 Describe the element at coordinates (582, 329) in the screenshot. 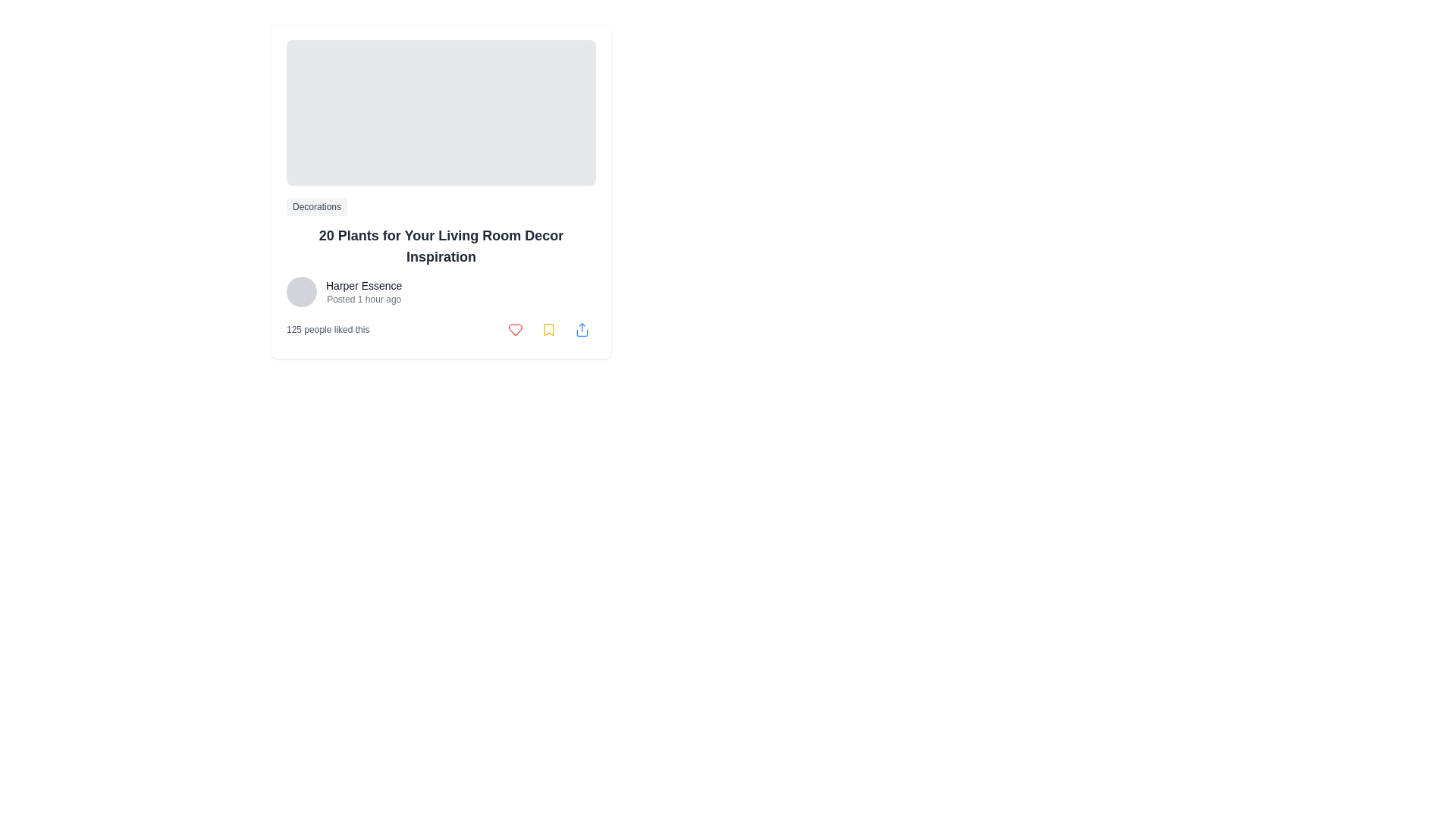

I see `the third and rightmost button in the horizontal arrangement at the bottom-right corner of the card` at that location.